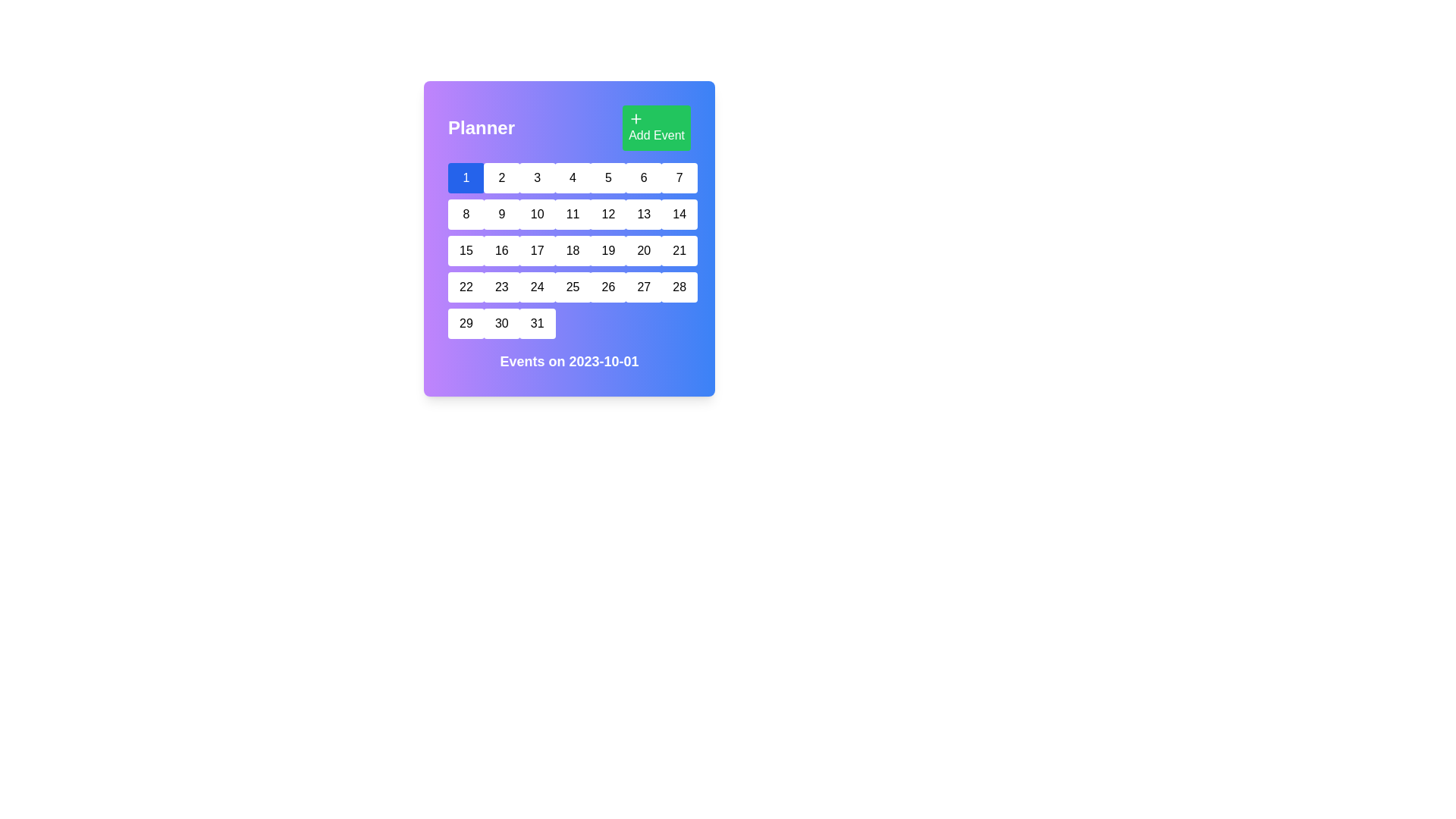  Describe the element at coordinates (608, 177) in the screenshot. I see `the button representing the 5th day of the month` at that location.